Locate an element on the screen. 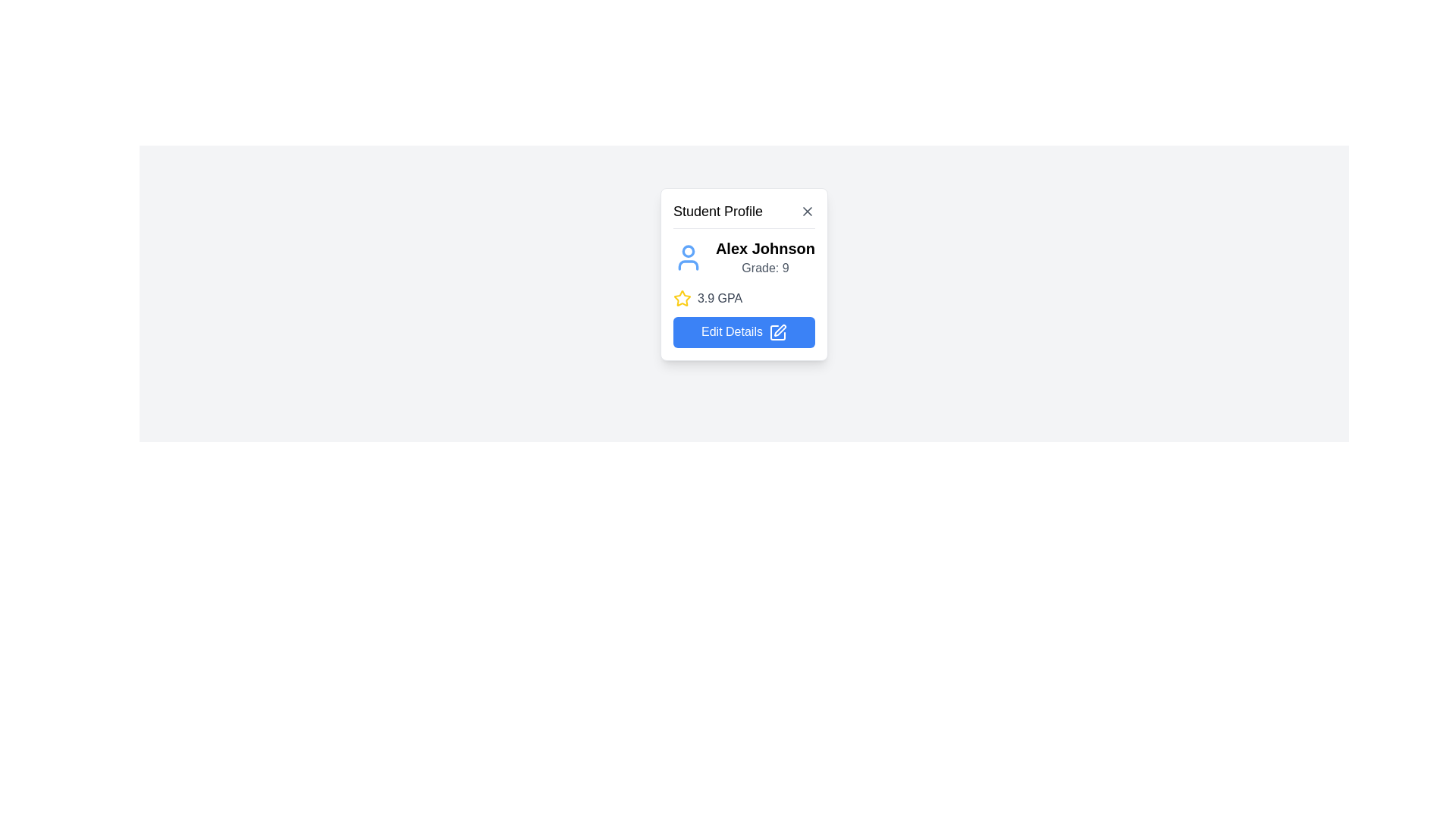 Image resolution: width=1456 pixels, height=819 pixels. the close button located at the top-right corner of the 'Student Profile' header section is located at coordinates (807, 211).